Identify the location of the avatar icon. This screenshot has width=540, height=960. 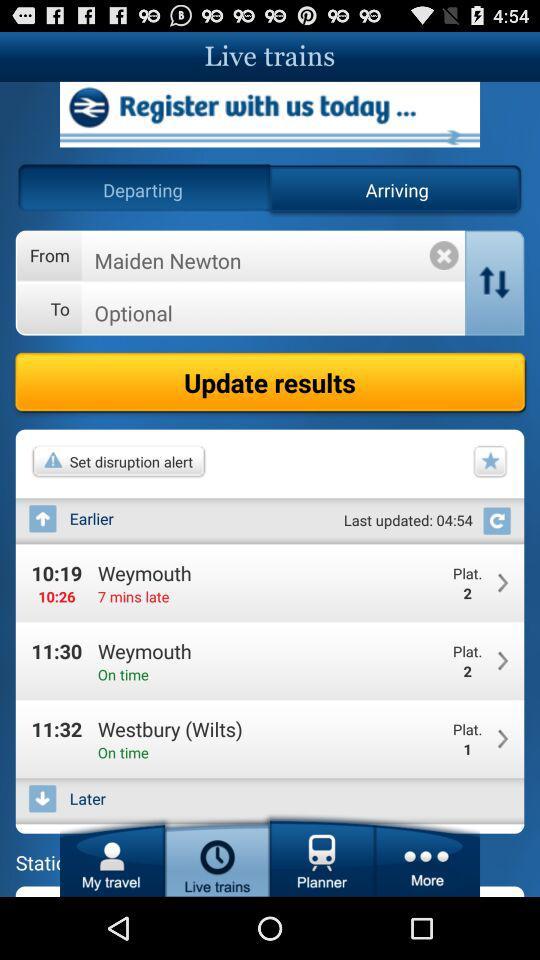
(112, 914).